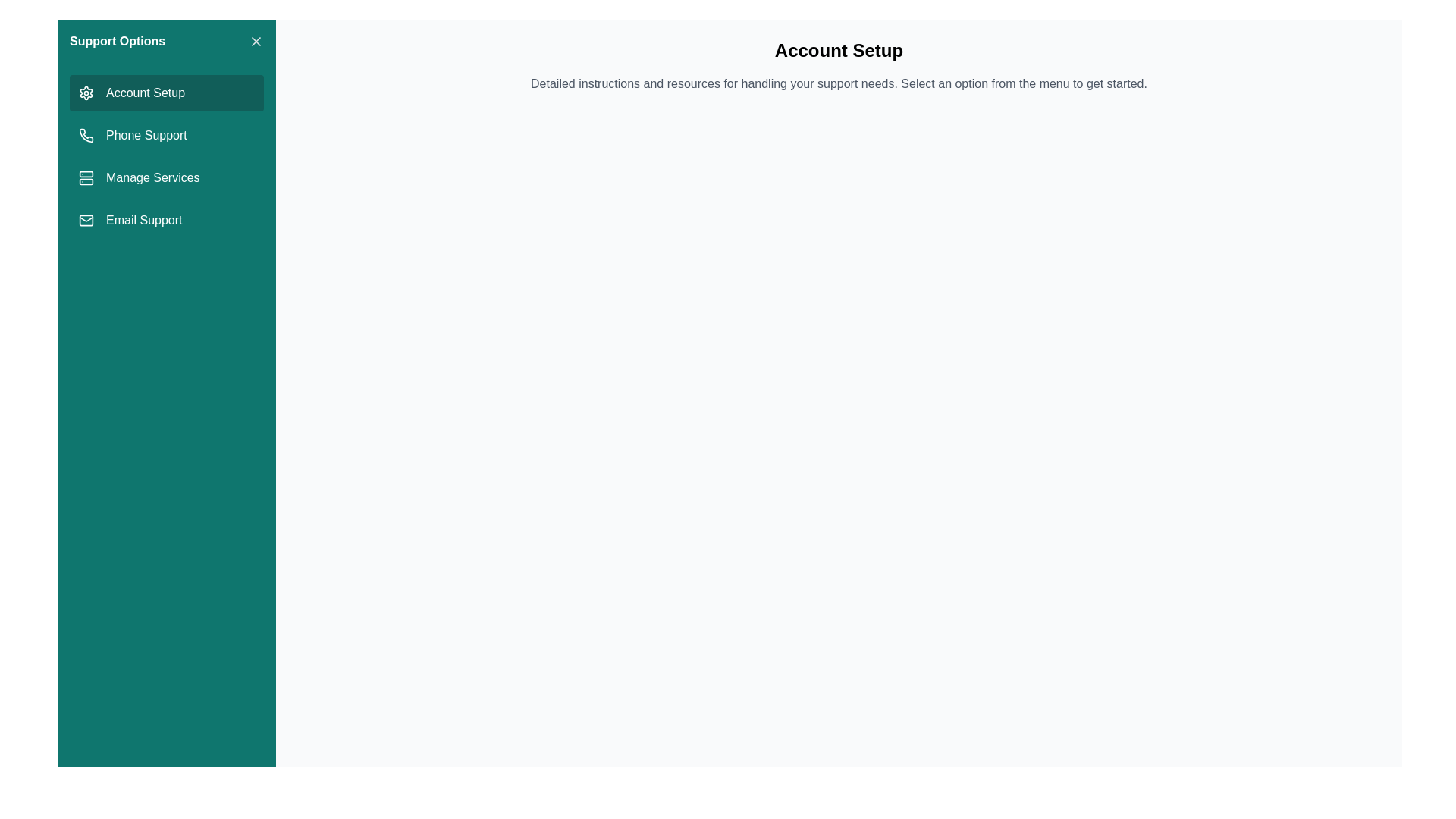 The image size is (1456, 819). I want to click on the navigation button for phone support, located in the second position of the vertical menu on the left side, below 'Account Setup' and above 'Manage Services', so click(167, 134).